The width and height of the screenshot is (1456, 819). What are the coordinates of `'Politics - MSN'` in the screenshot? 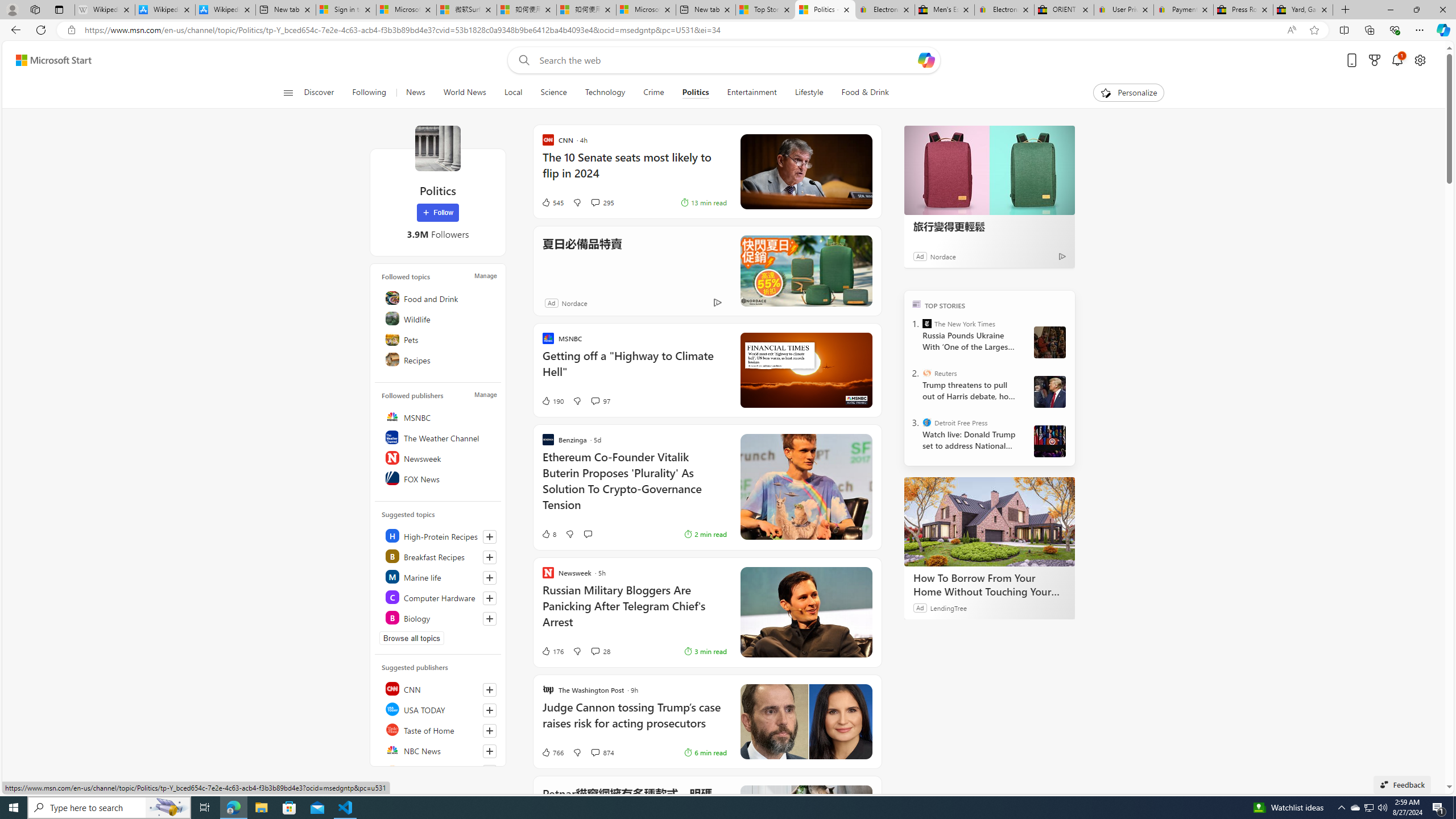 It's located at (825, 9).